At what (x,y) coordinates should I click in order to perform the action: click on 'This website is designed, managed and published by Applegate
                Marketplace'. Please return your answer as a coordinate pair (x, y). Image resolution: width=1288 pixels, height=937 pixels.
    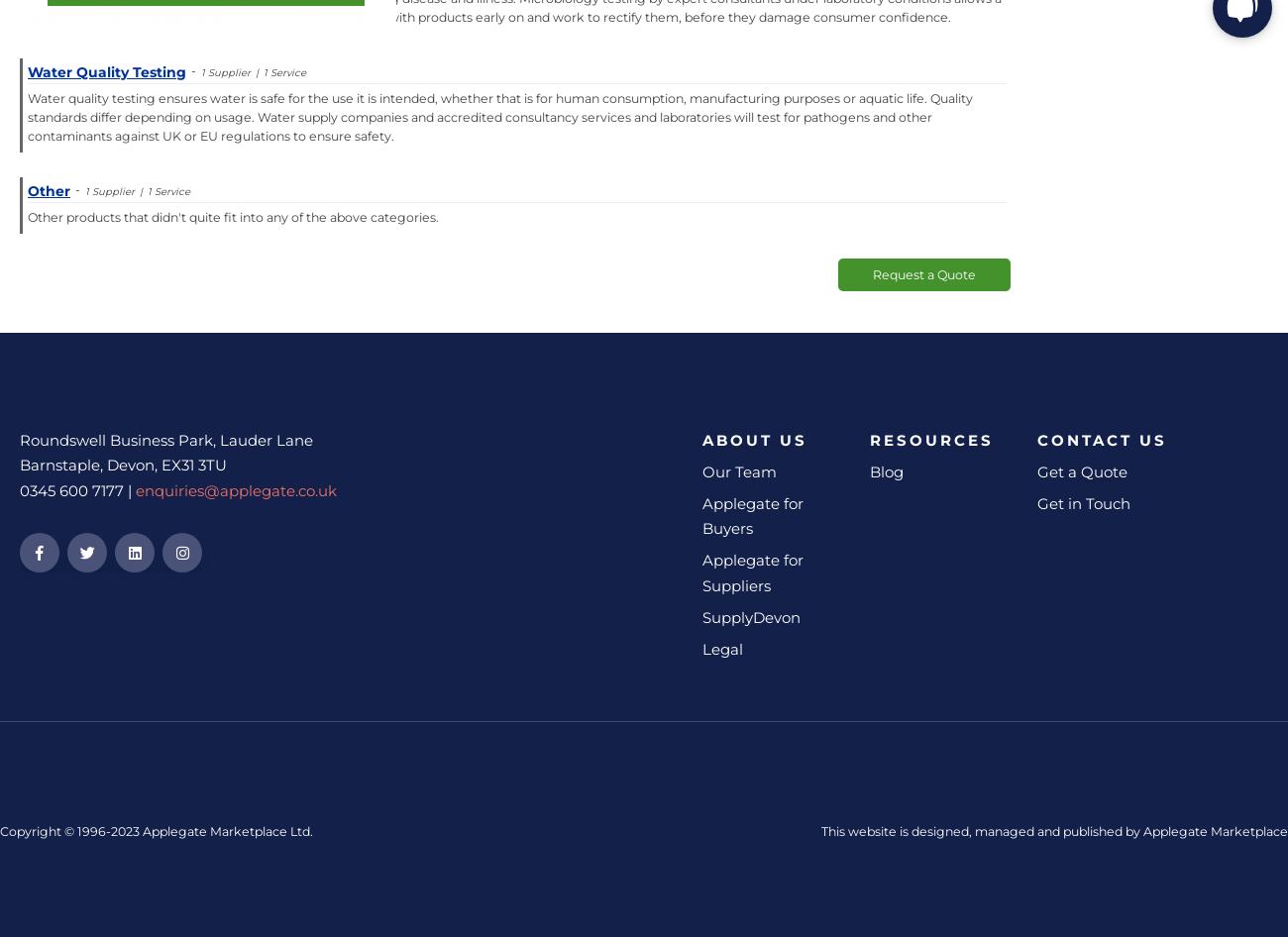
    Looking at the image, I should click on (1054, 831).